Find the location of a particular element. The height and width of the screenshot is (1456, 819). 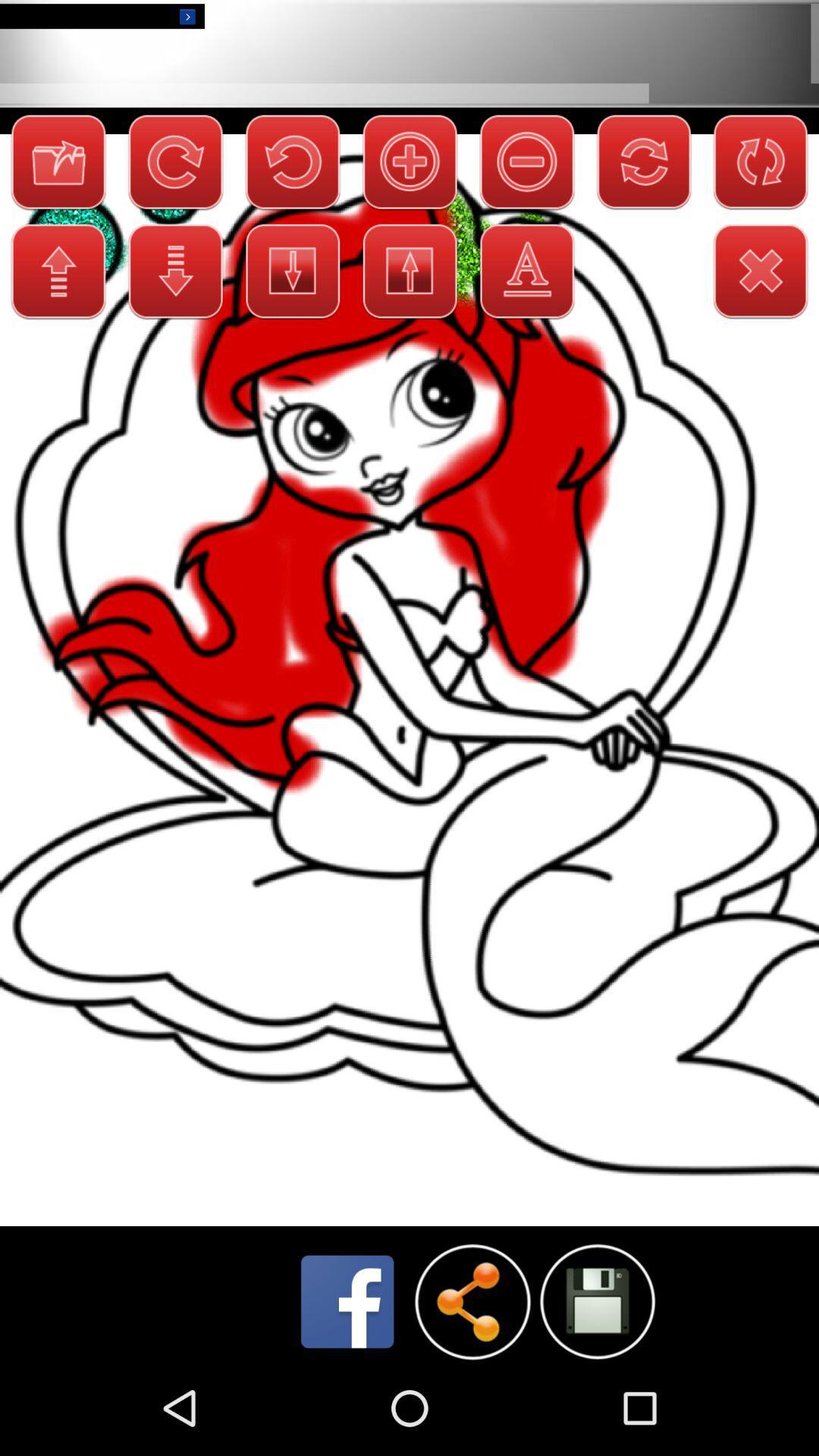

facebook page is located at coordinates (347, 1301).